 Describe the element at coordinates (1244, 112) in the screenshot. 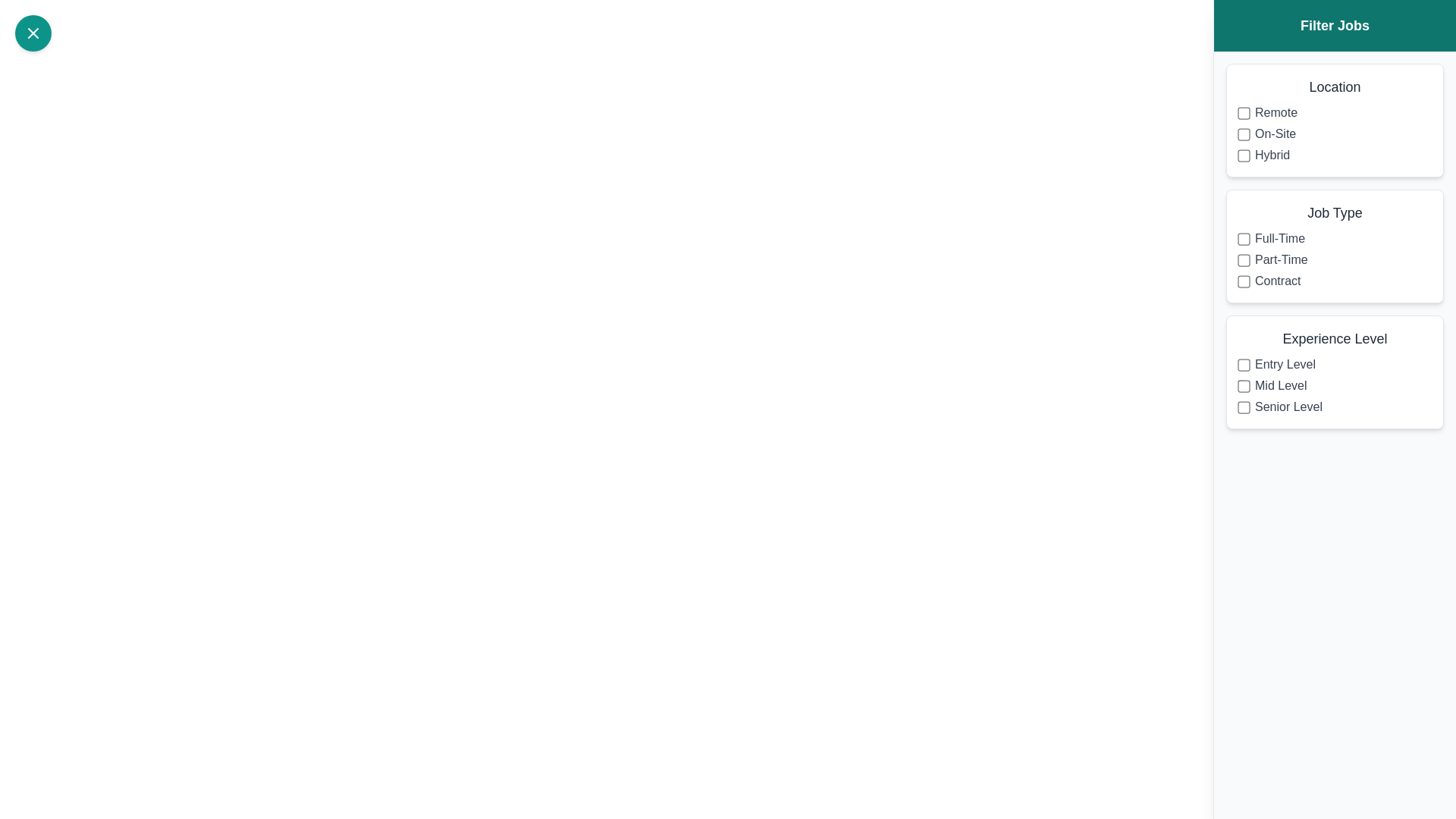

I see `the filter option Remote` at that location.